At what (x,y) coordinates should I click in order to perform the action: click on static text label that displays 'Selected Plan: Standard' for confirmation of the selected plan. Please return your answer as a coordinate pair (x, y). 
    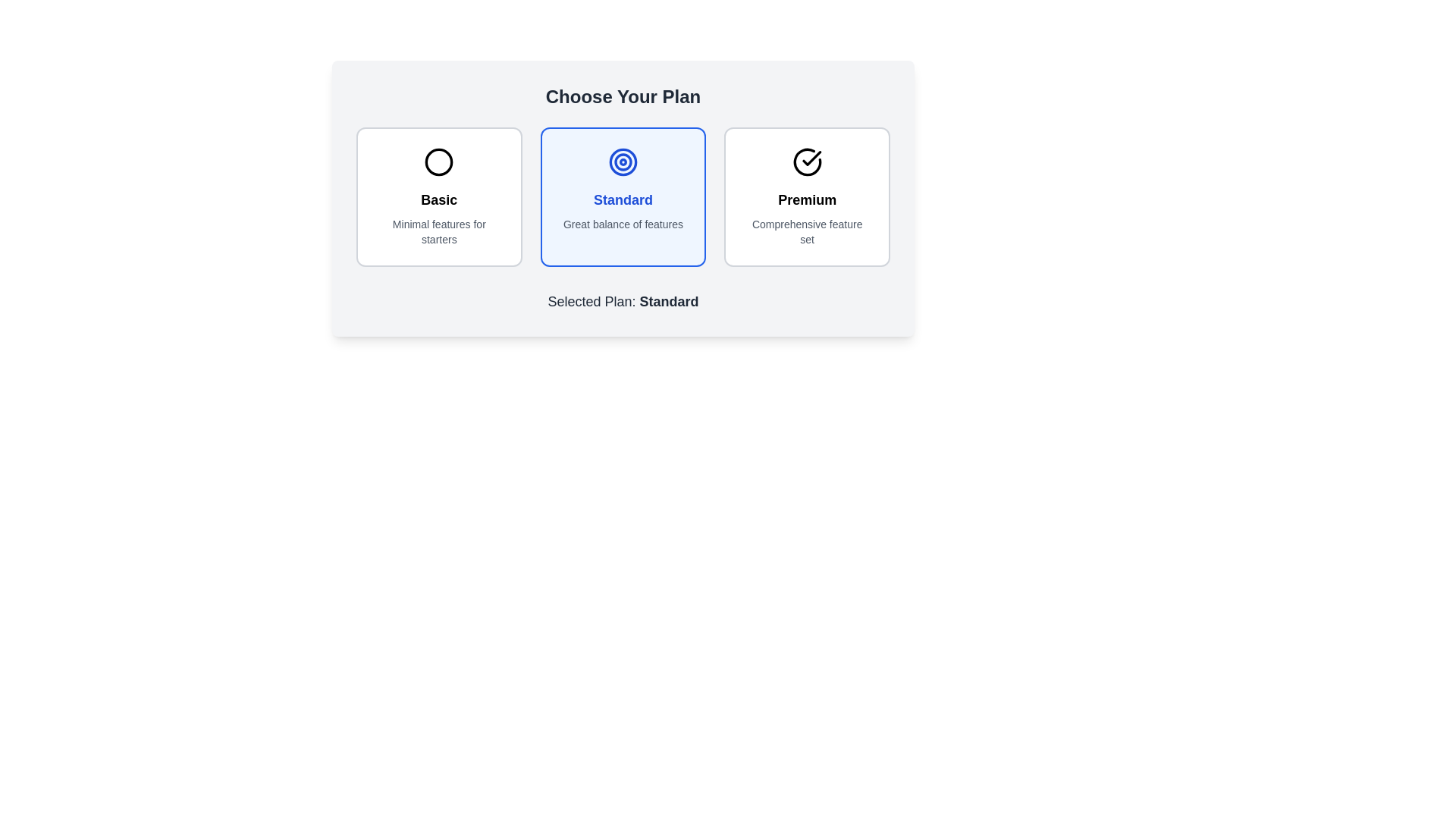
    Looking at the image, I should click on (623, 301).